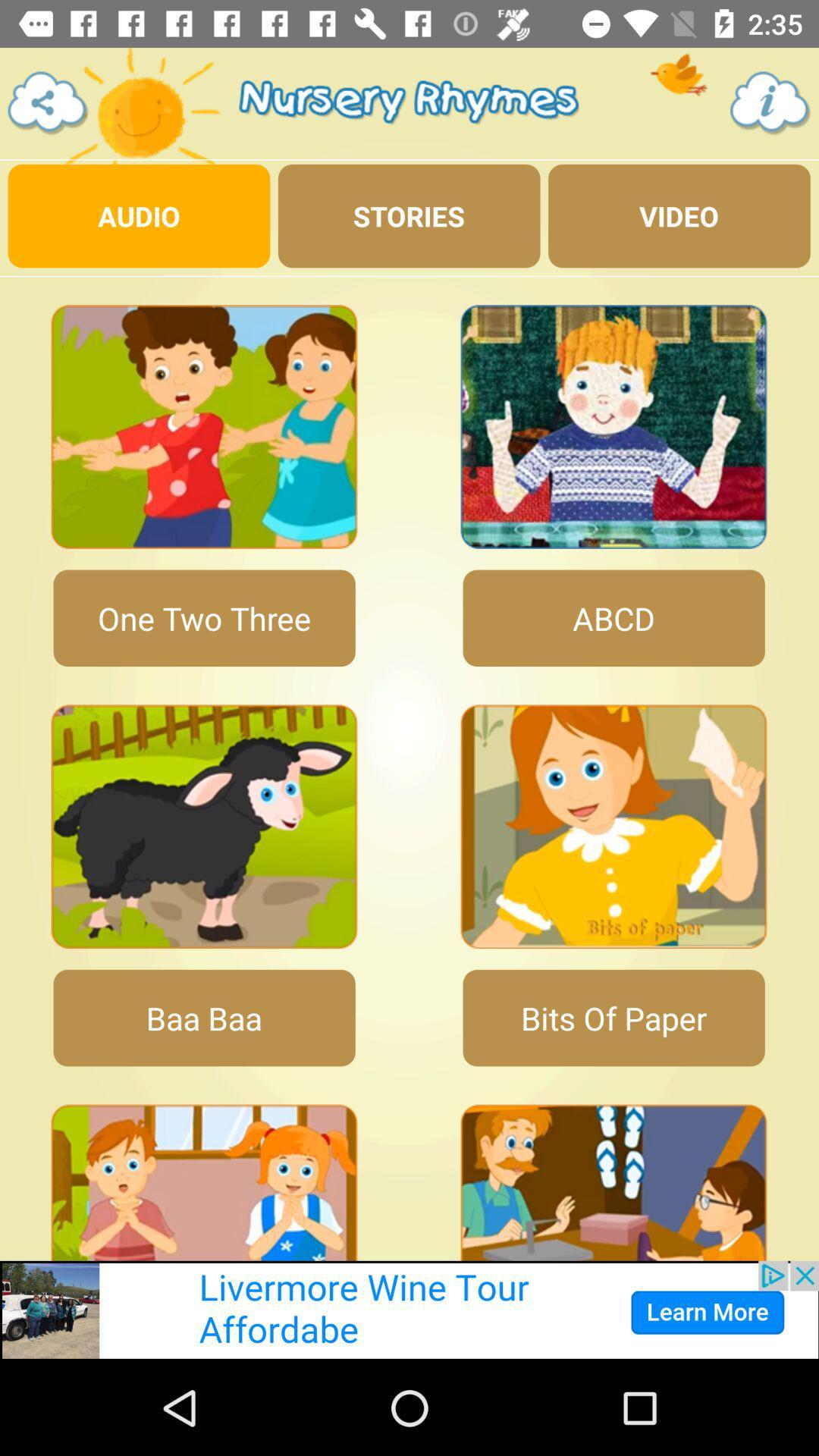 The image size is (819, 1456). Describe the element at coordinates (770, 102) in the screenshot. I see `more information` at that location.